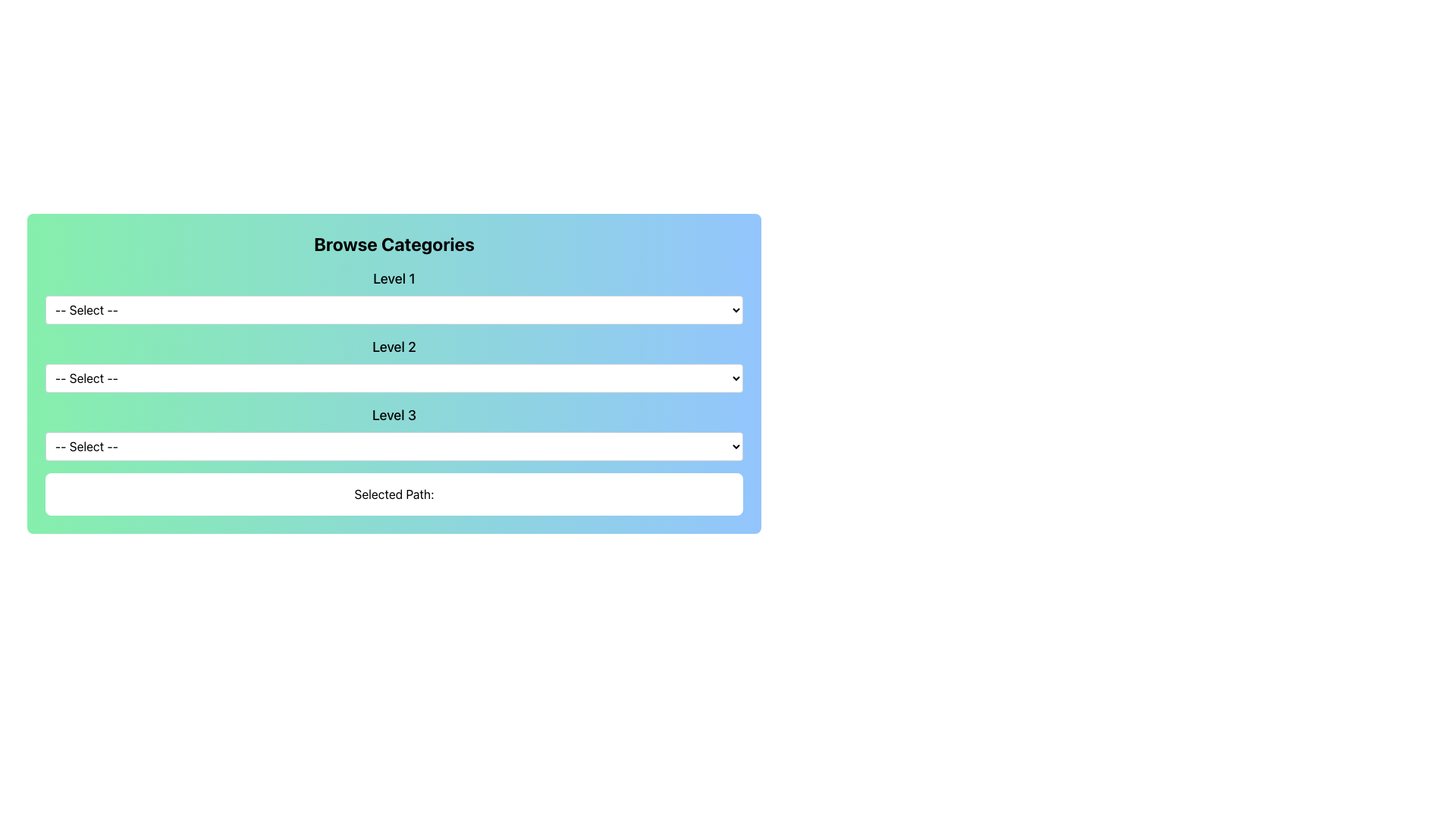 This screenshot has width=1456, height=819. What do you see at coordinates (394, 278) in the screenshot?
I see `the static text label indicating the category level of the dropdown menu, located under 'Browse Categories'` at bounding box center [394, 278].